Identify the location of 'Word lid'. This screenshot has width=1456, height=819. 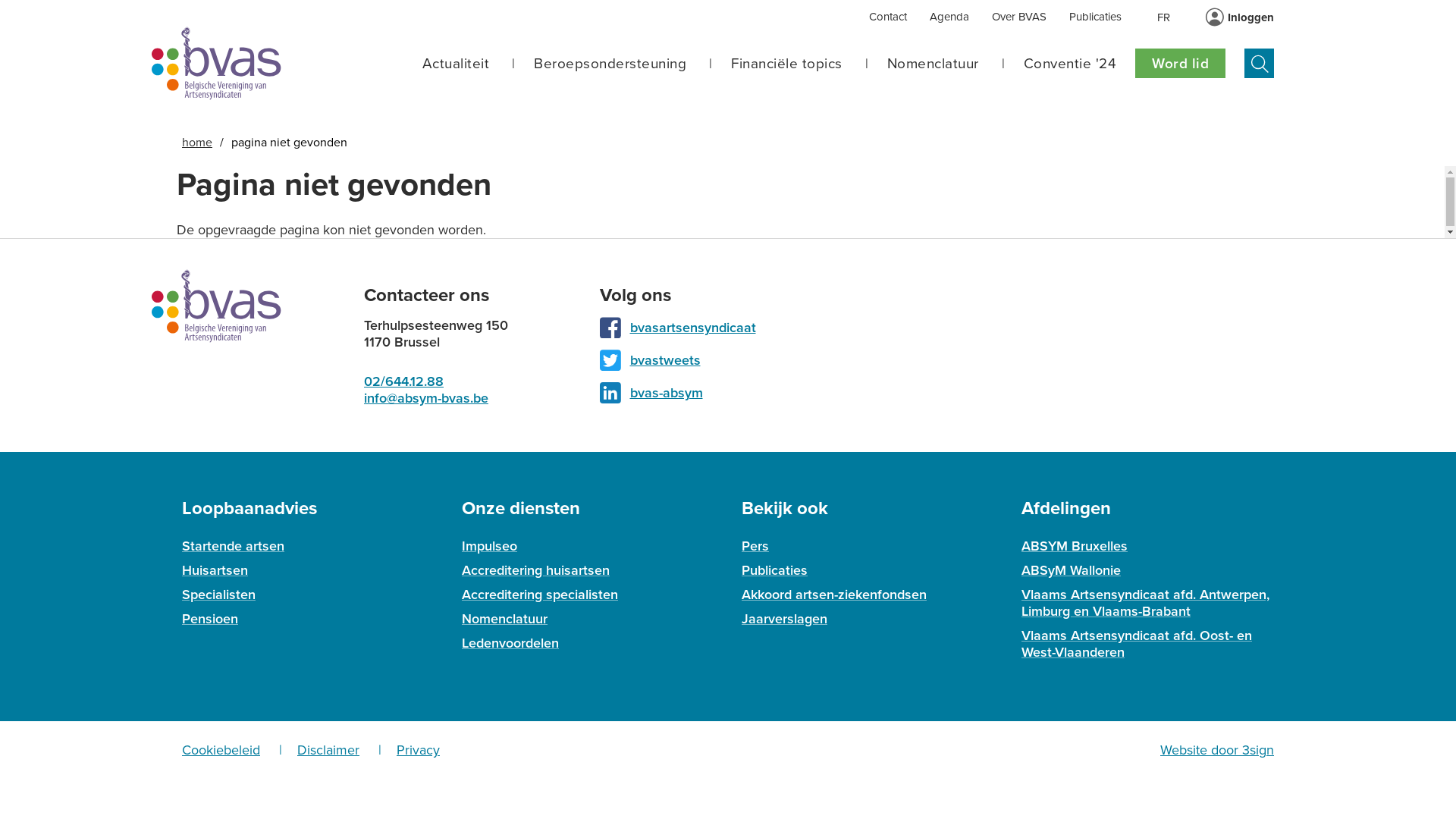
(1179, 62).